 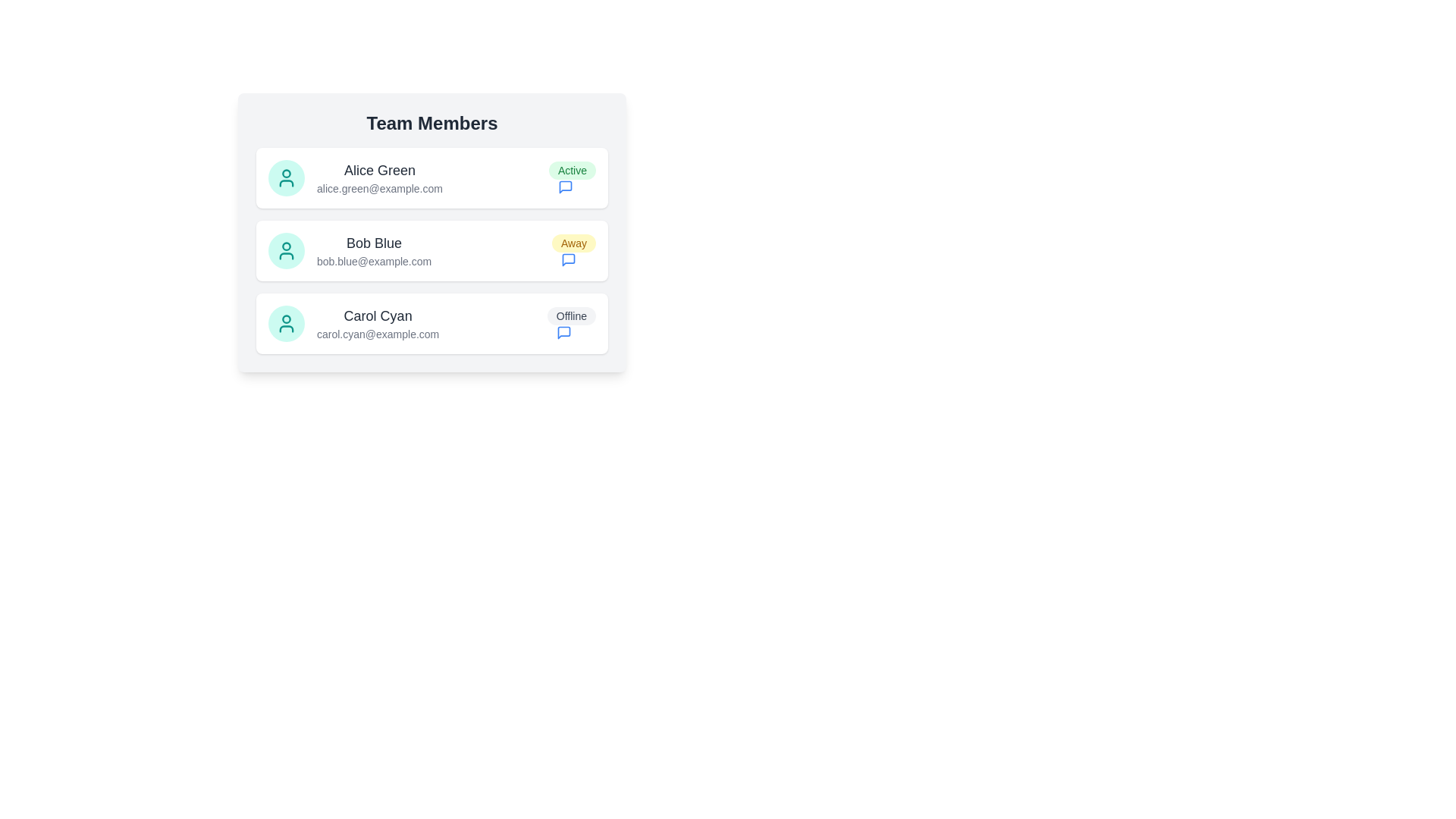 What do you see at coordinates (287, 250) in the screenshot?
I see `the circular profile picture placeholder with a light teal background next to 'Bob Blue' in the 'Team Members' list` at bounding box center [287, 250].